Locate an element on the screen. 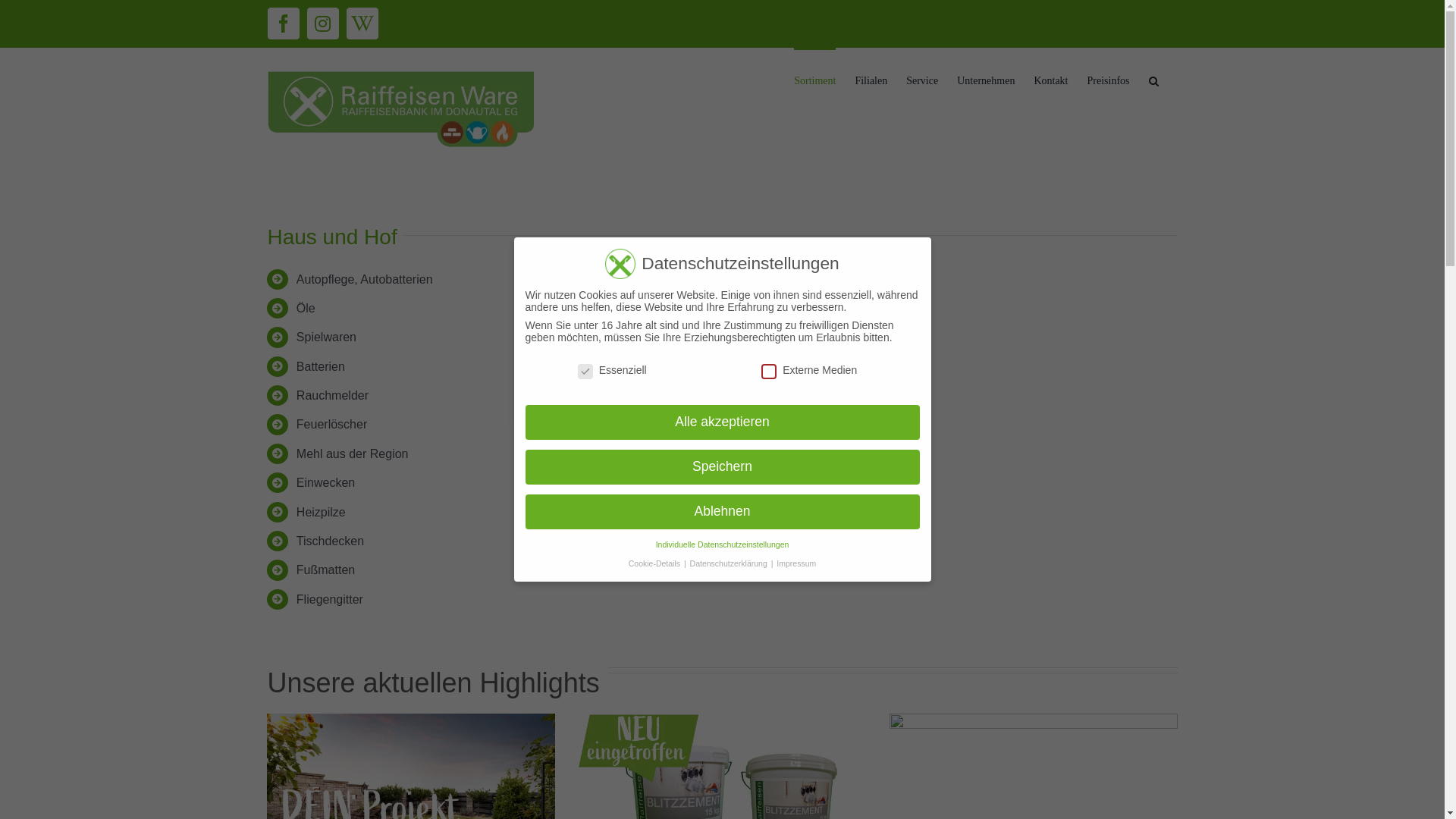 The width and height of the screenshot is (1456, 819). 'Sortiment' is located at coordinates (814, 79).